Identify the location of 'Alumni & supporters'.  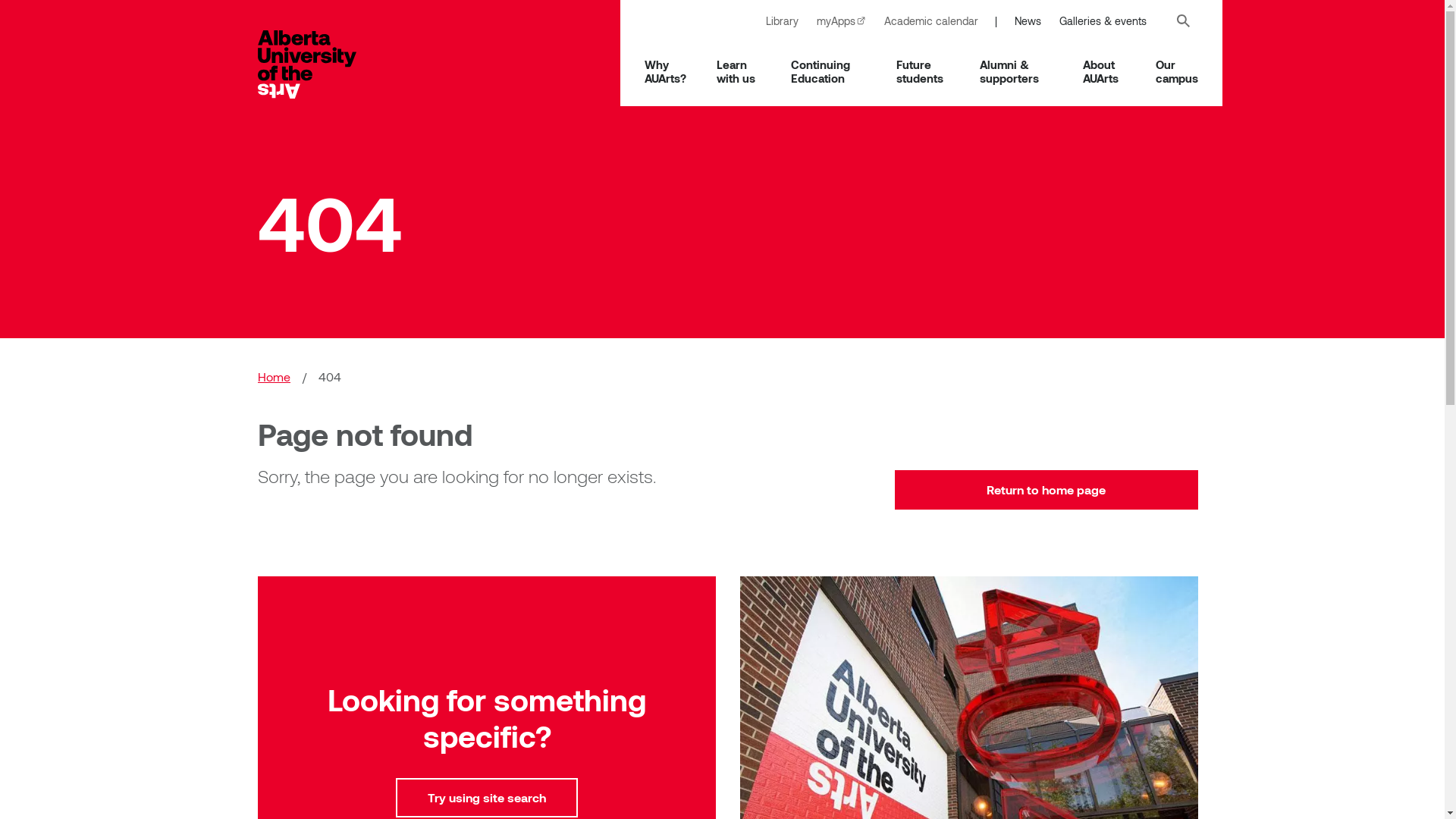
(1015, 71).